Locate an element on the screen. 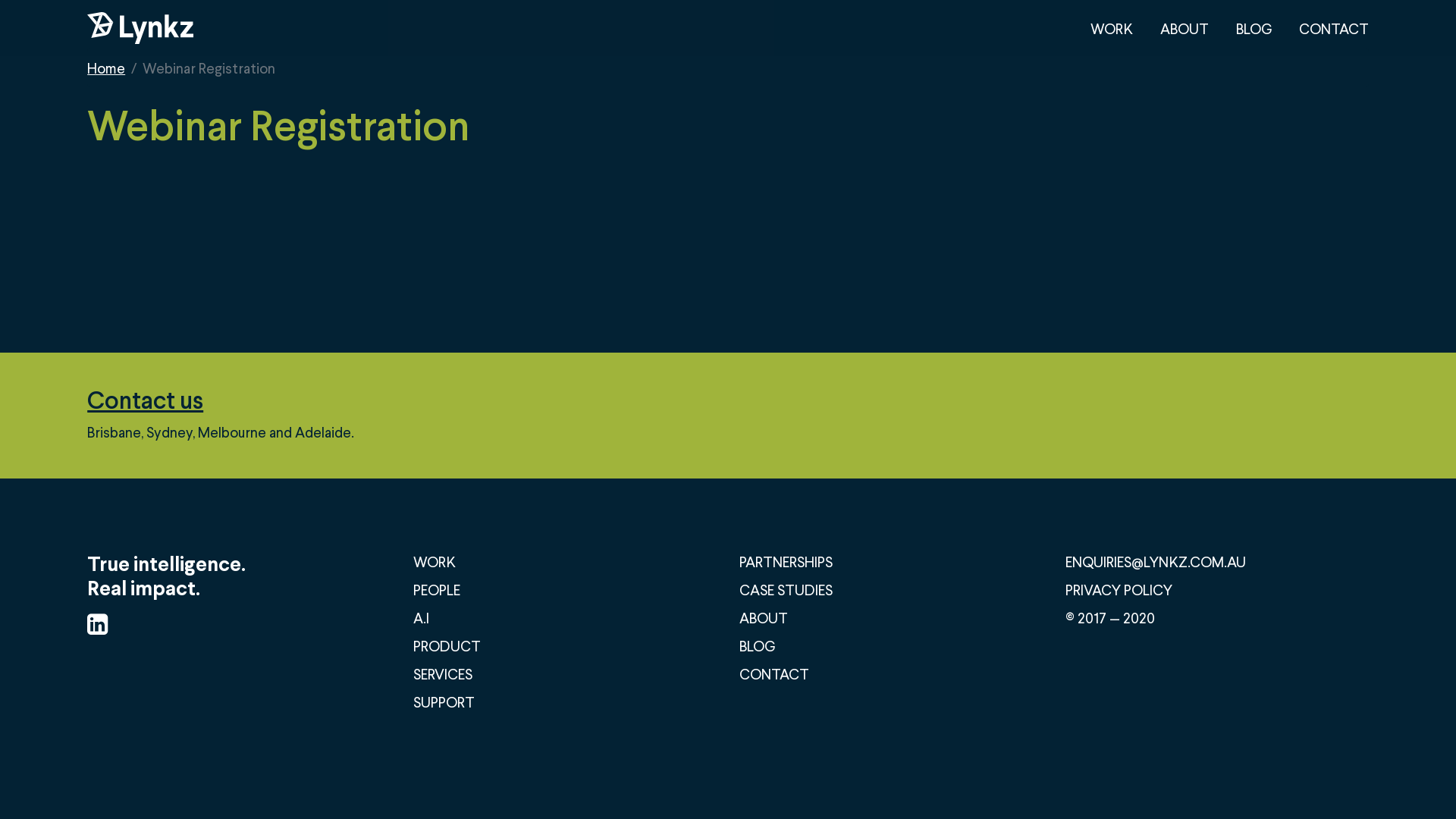 The height and width of the screenshot is (819, 1456). 'SERVICES' is located at coordinates (442, 673).